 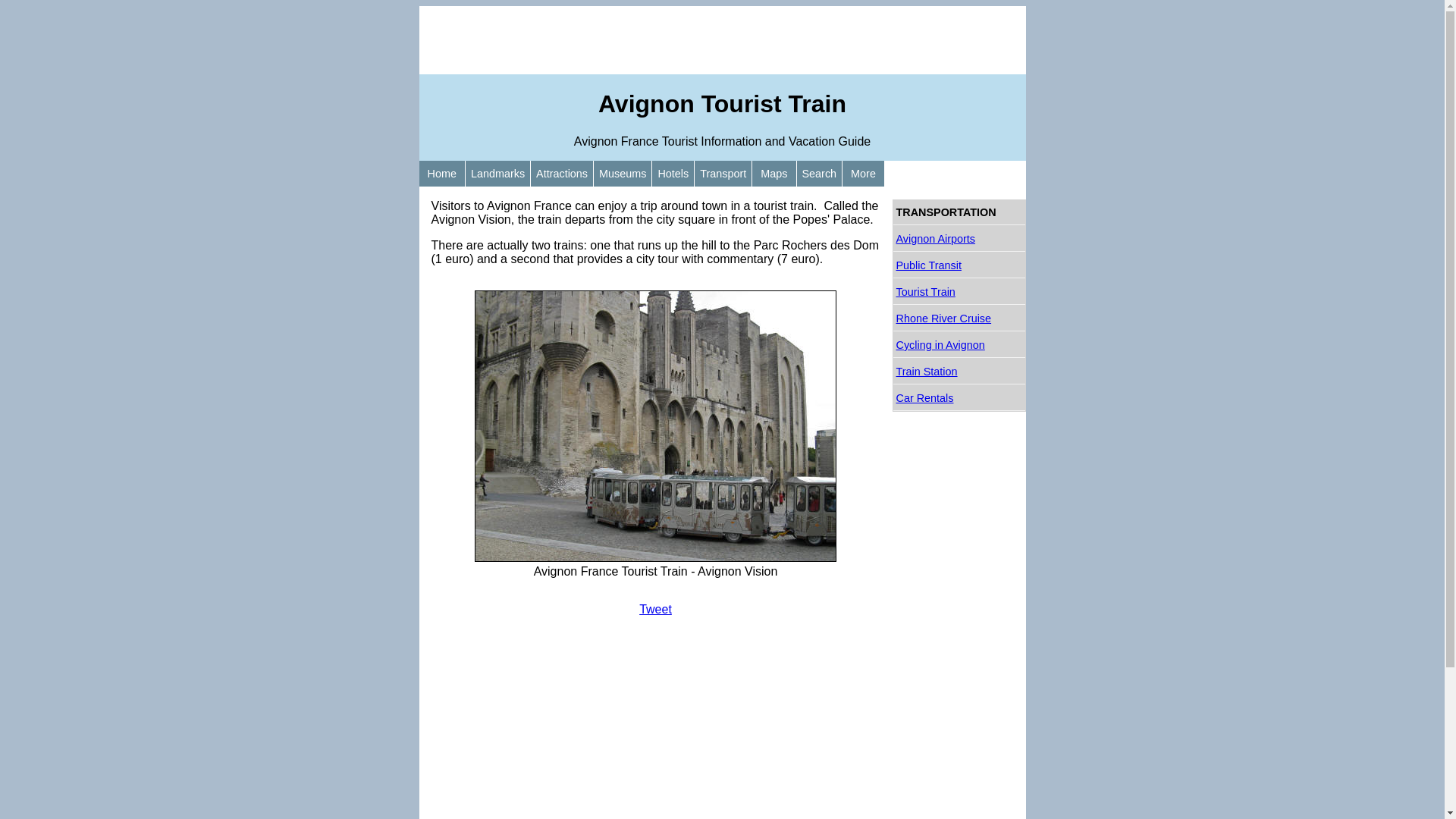 I want to click on 'Attractions', so click(x=560, y=172).